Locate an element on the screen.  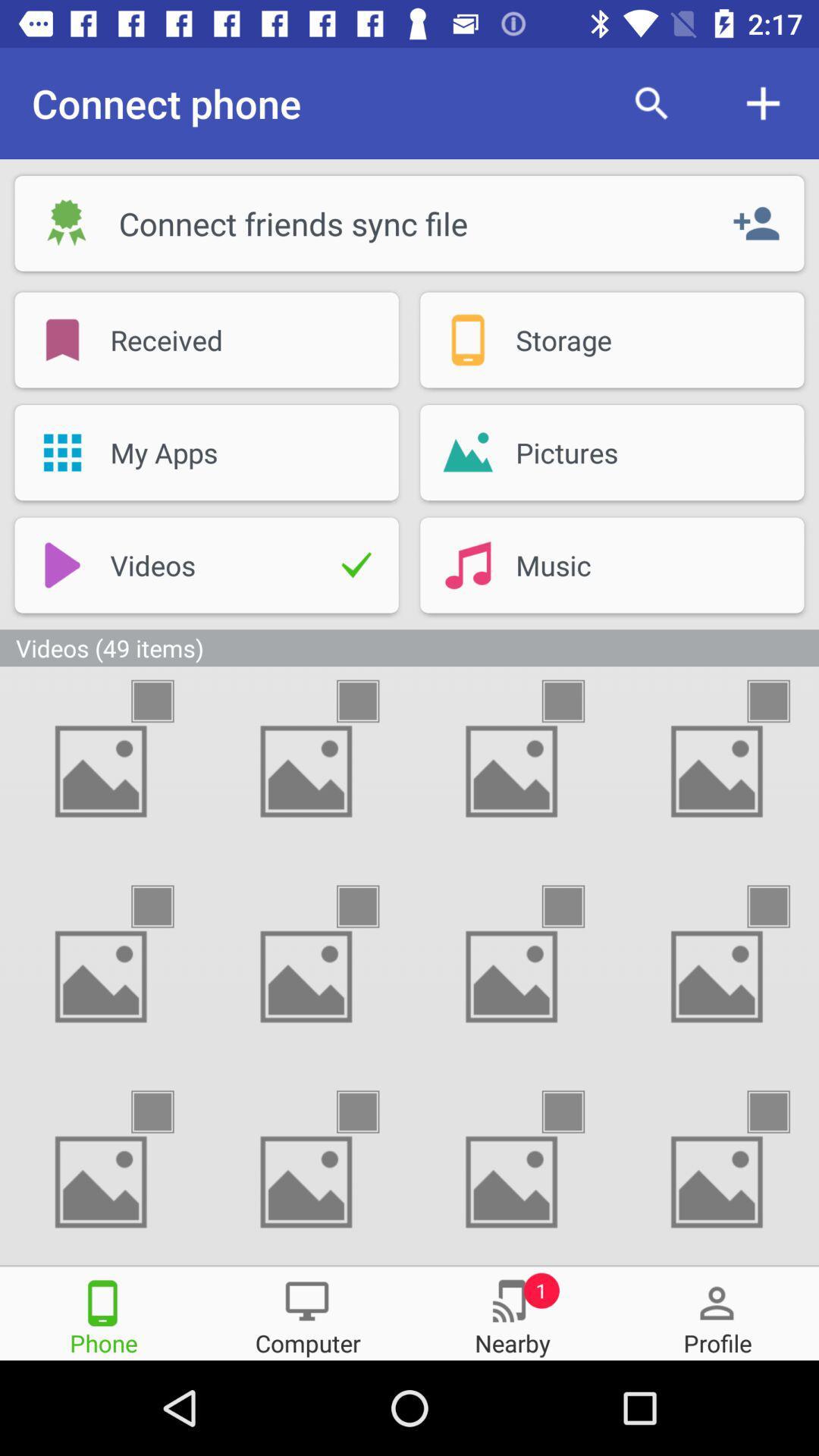
image is located at coordinates (576, 1112).